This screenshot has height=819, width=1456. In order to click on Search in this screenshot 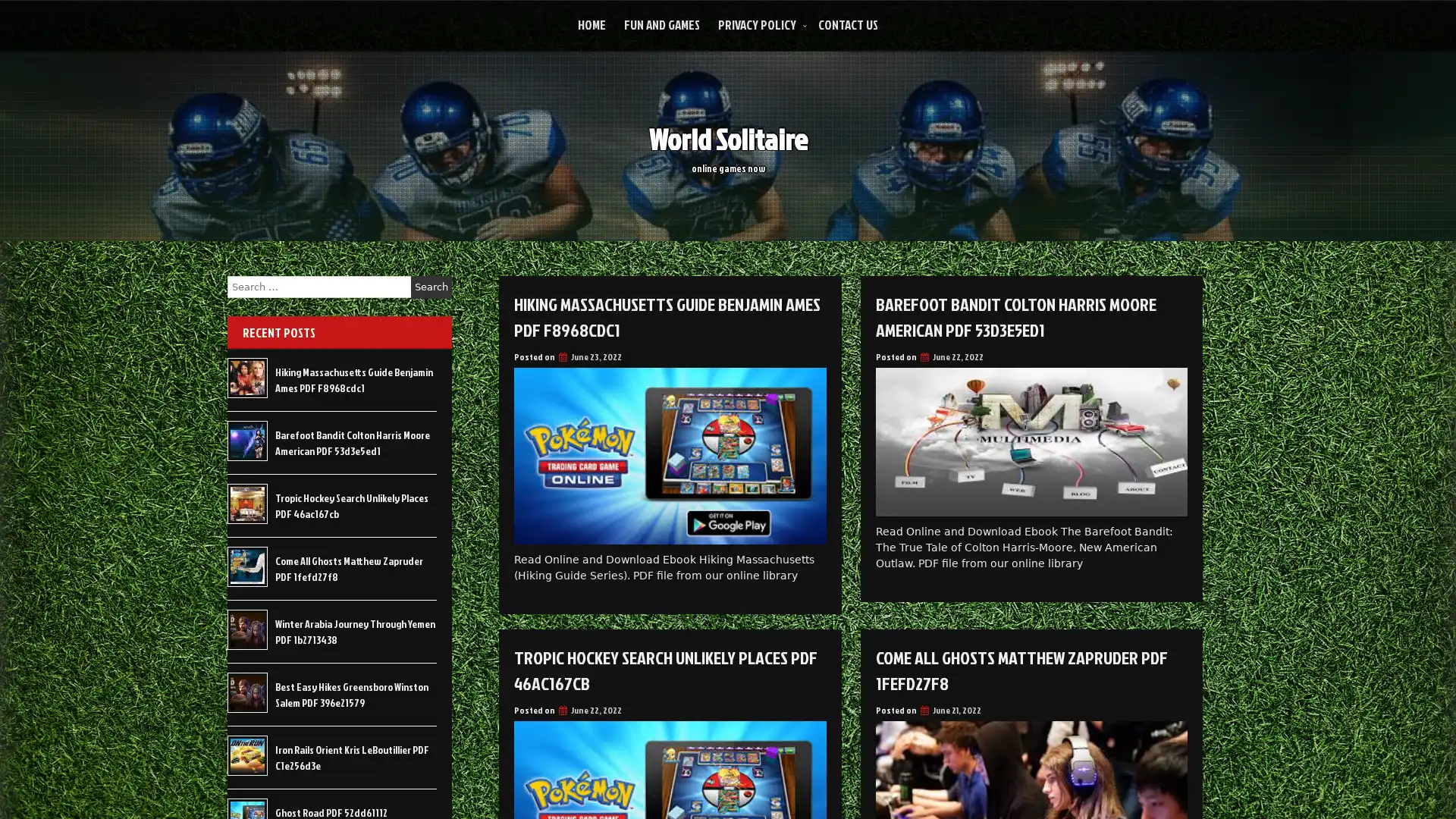, I will do `click(431, 287)`.